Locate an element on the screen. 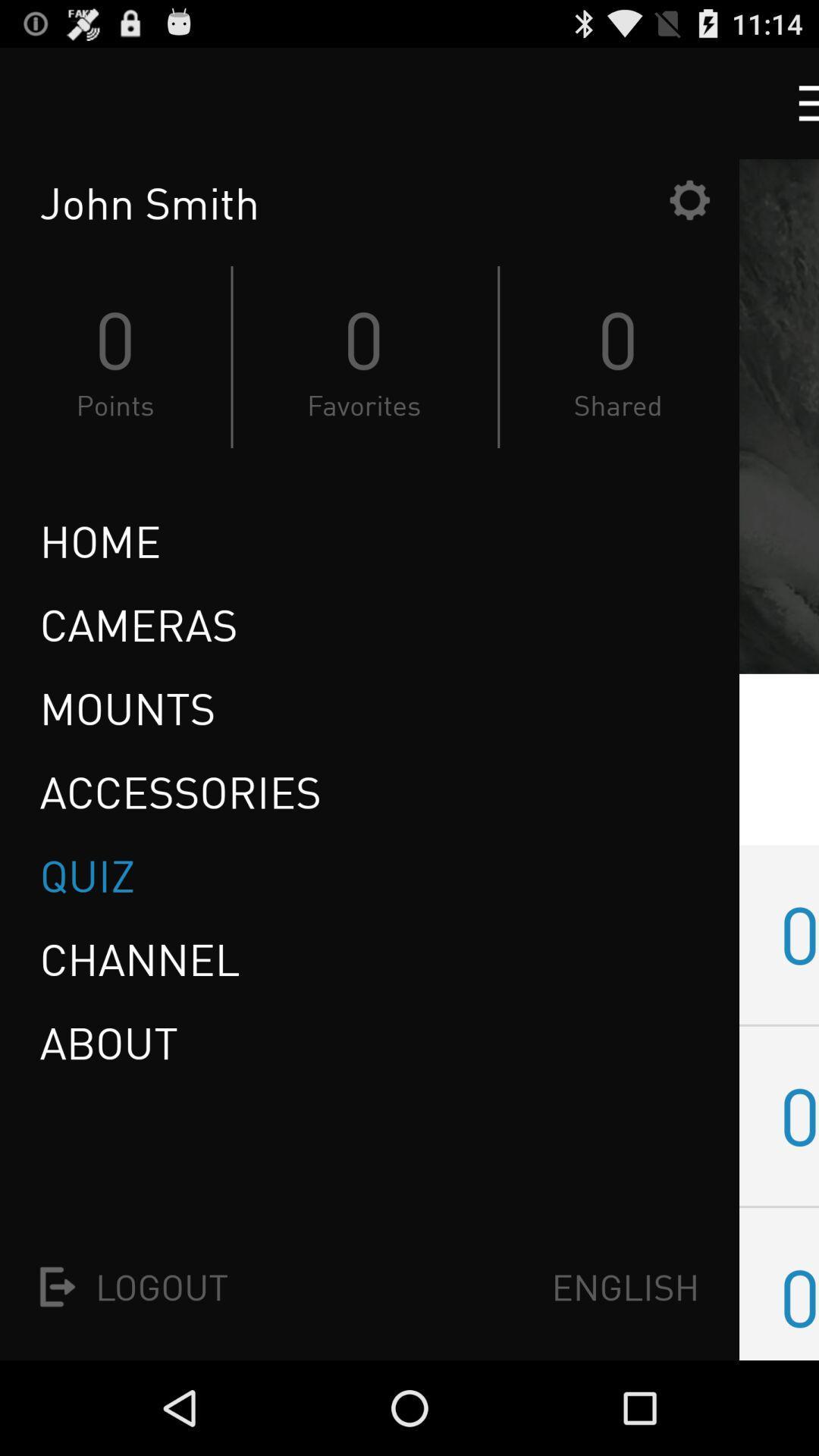 This screenshot has height=1456, width=819. settings is located at coordinates (689, 199).